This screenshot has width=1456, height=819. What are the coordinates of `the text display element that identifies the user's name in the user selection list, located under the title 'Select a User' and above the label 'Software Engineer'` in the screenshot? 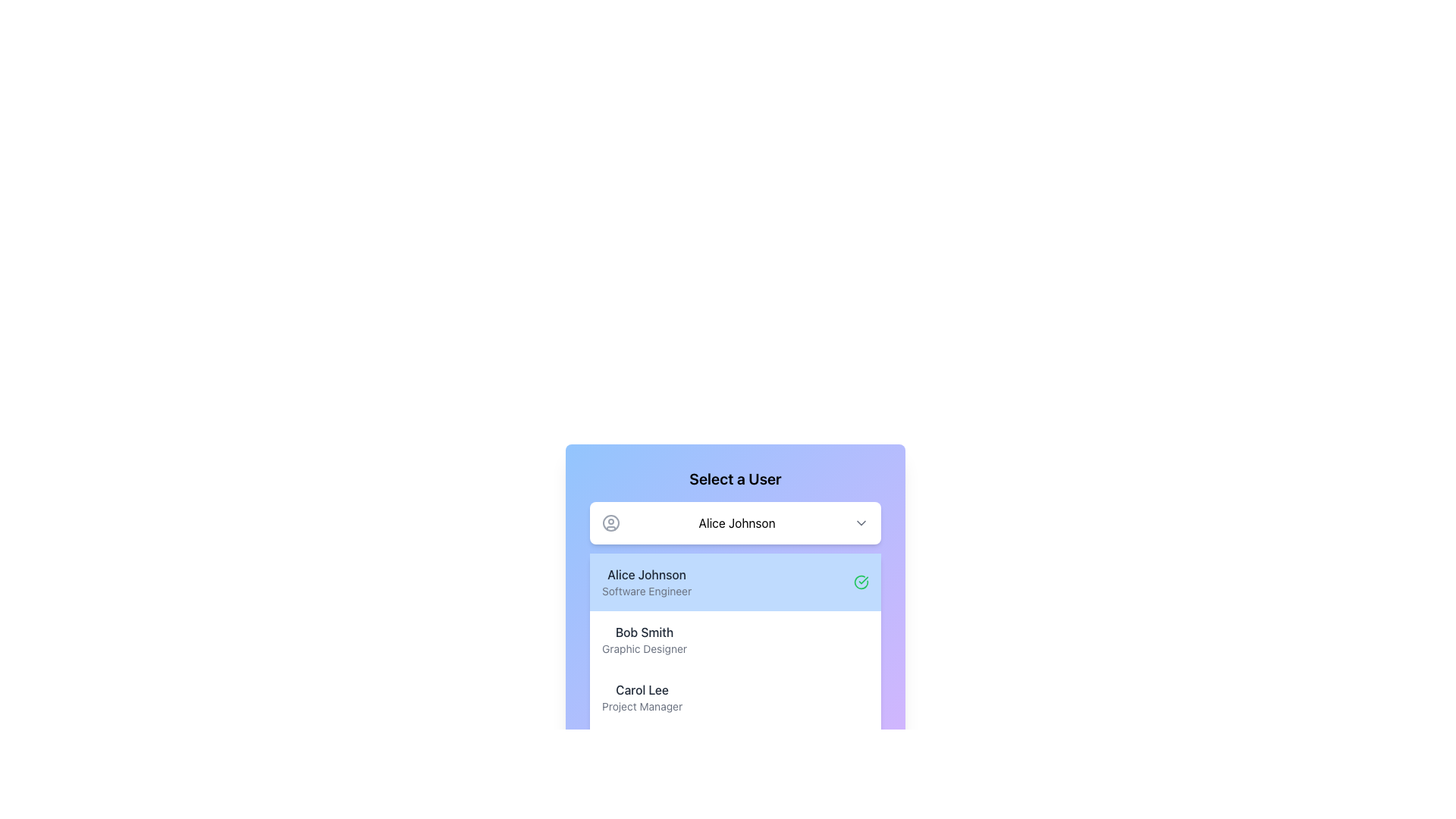 It's located at (647, 575).